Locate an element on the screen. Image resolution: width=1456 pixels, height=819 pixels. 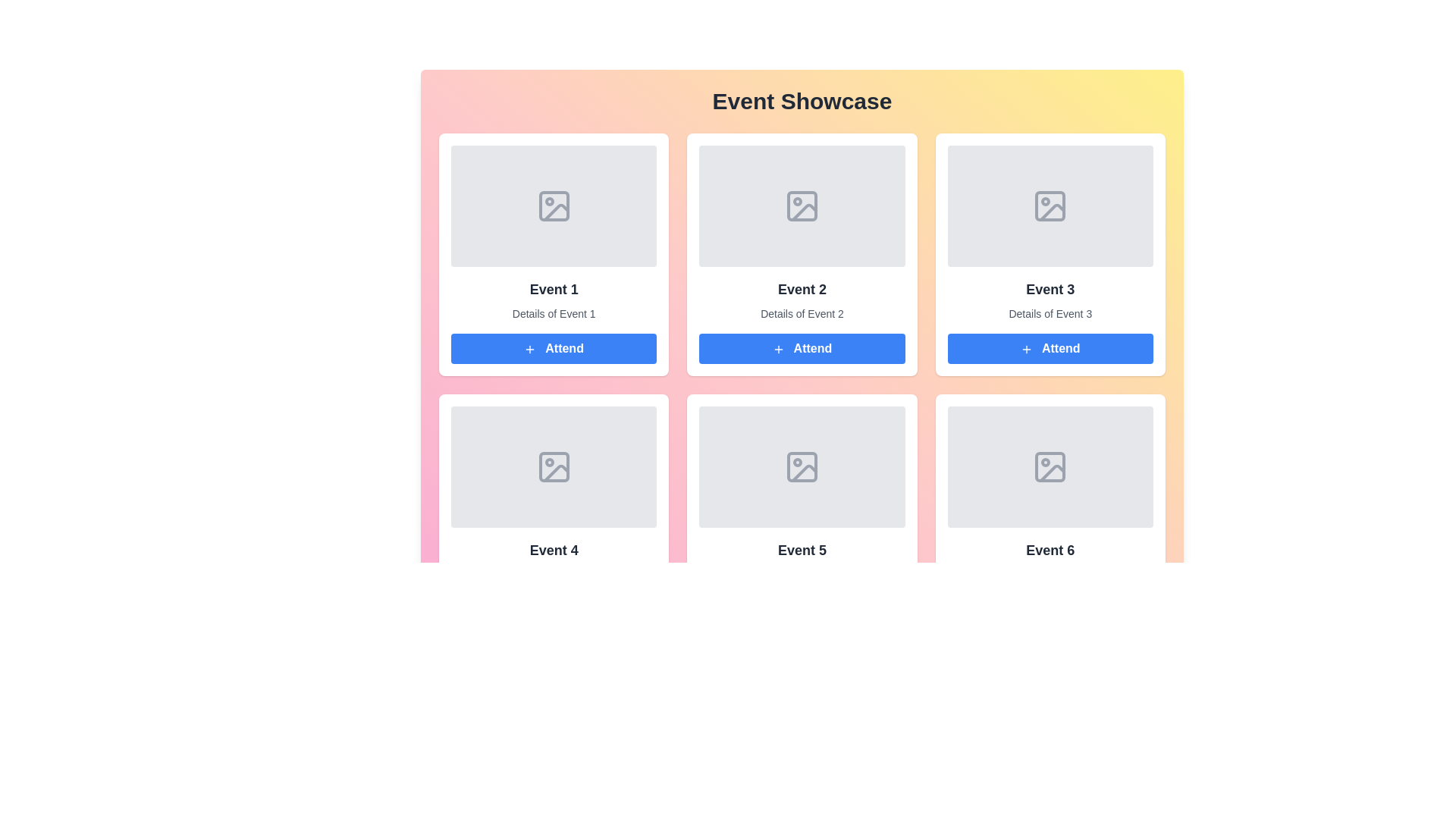
the informational Text label providing details about 'Event 2', located in the middle column of the top row of the grid layout is located at coordinates (801, 312).